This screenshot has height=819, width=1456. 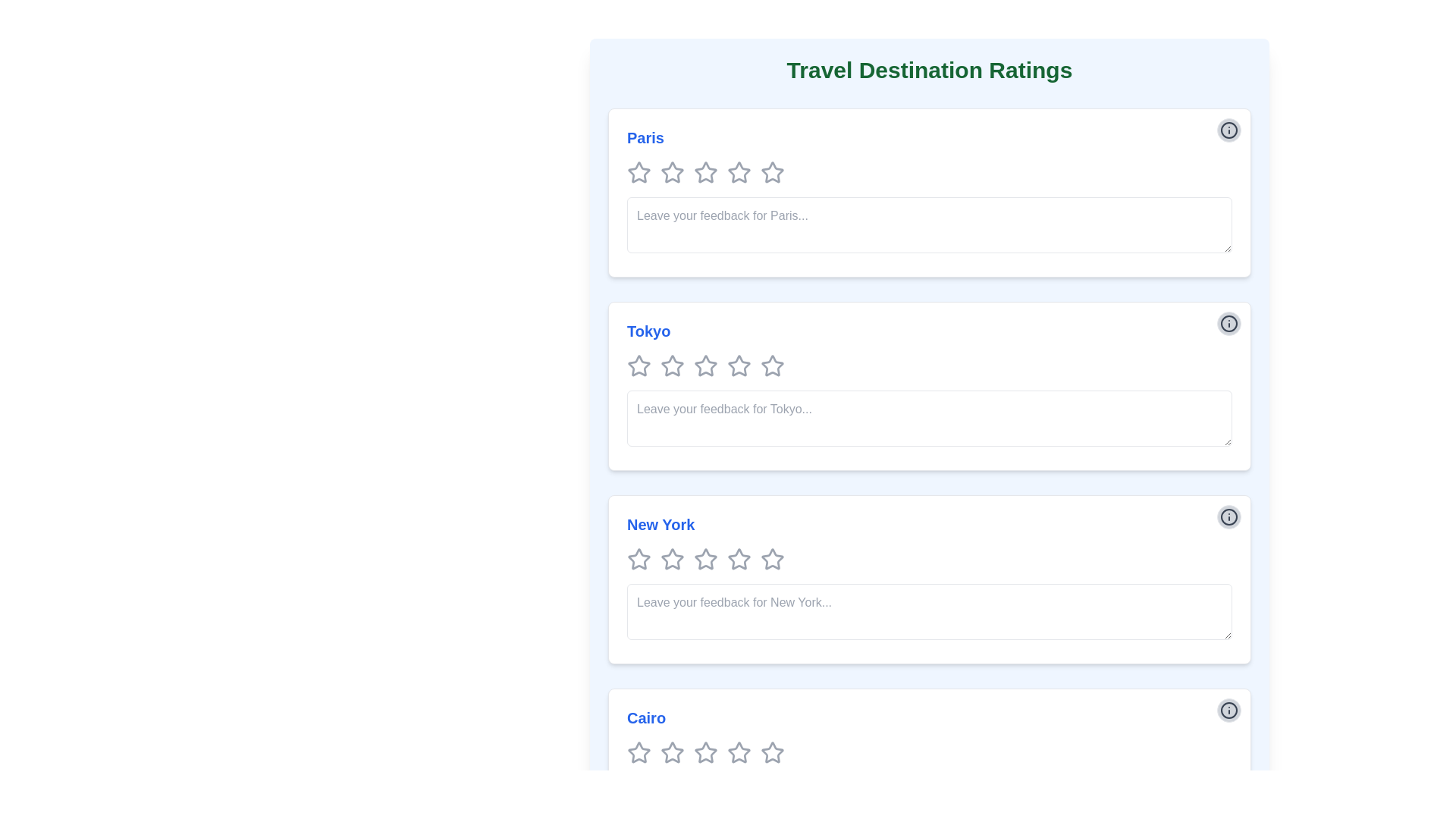 What do you see at coordinates (739, 171) in the screenshot?
I see `the second star icon in the rating bar for the 'Paris' section` at bounding box center [739, 171].